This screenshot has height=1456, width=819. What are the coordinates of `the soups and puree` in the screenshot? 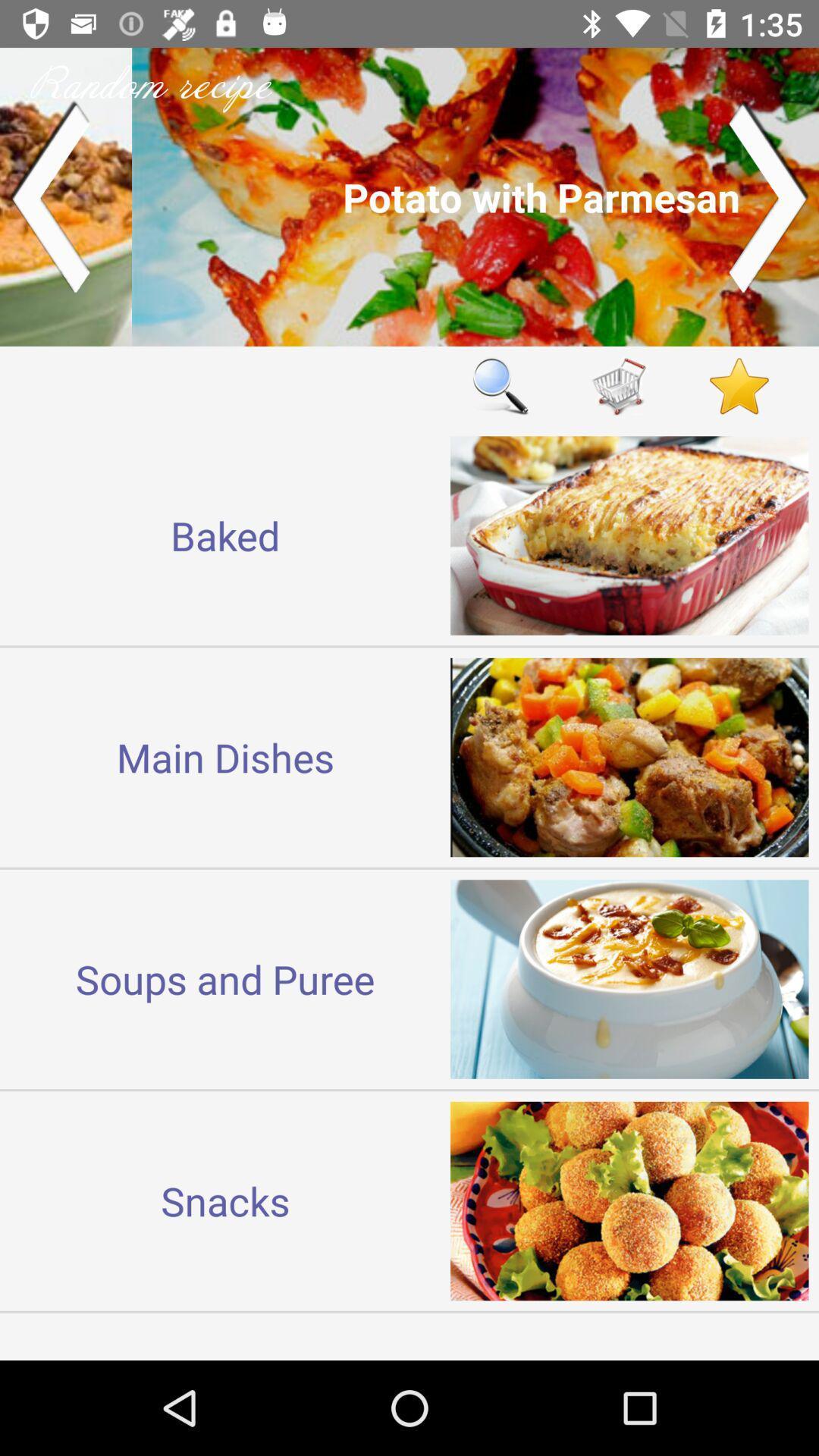 It's located at (225, 979).